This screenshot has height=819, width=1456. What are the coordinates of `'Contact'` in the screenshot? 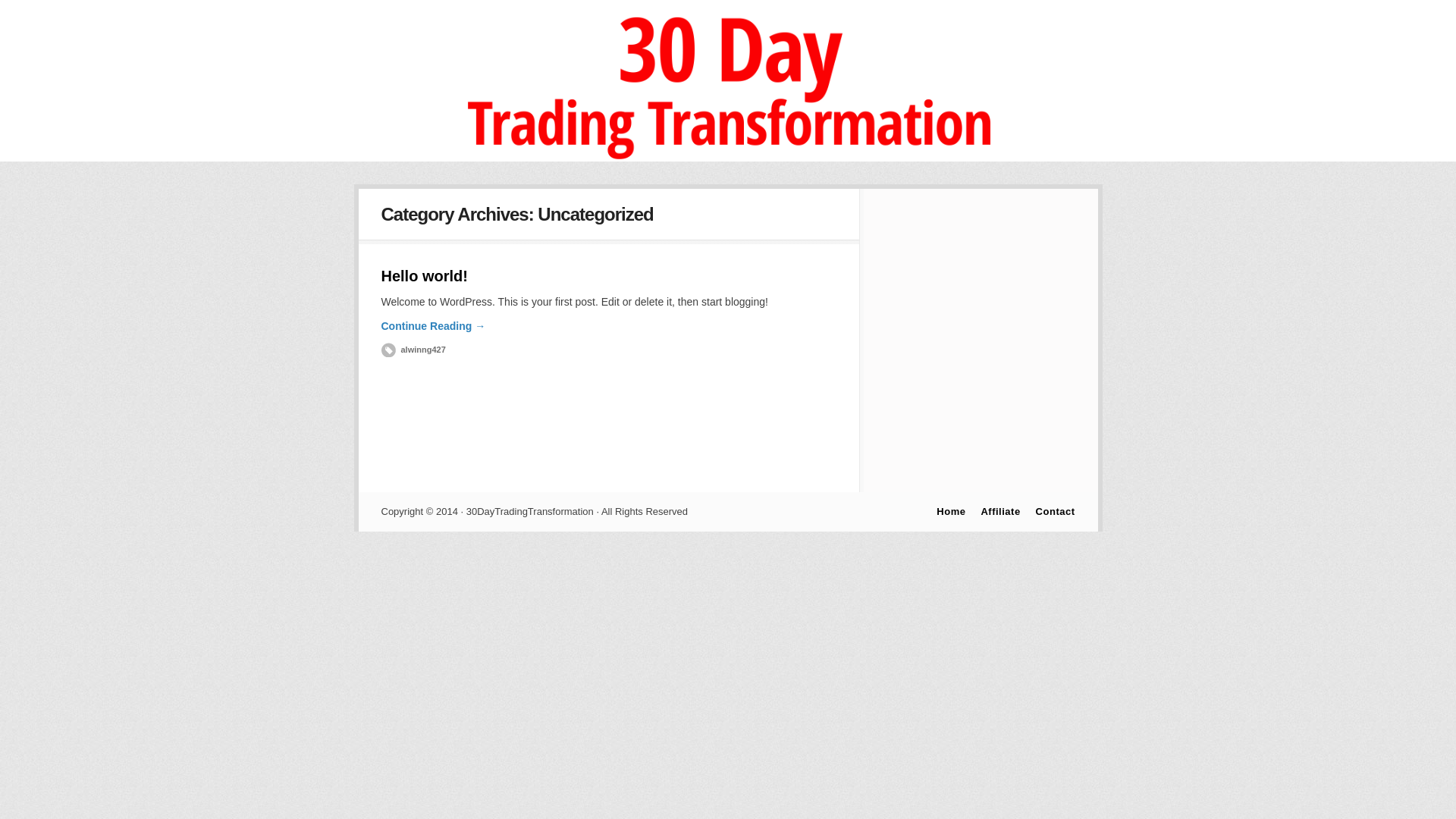 It's located at (1055, 511).